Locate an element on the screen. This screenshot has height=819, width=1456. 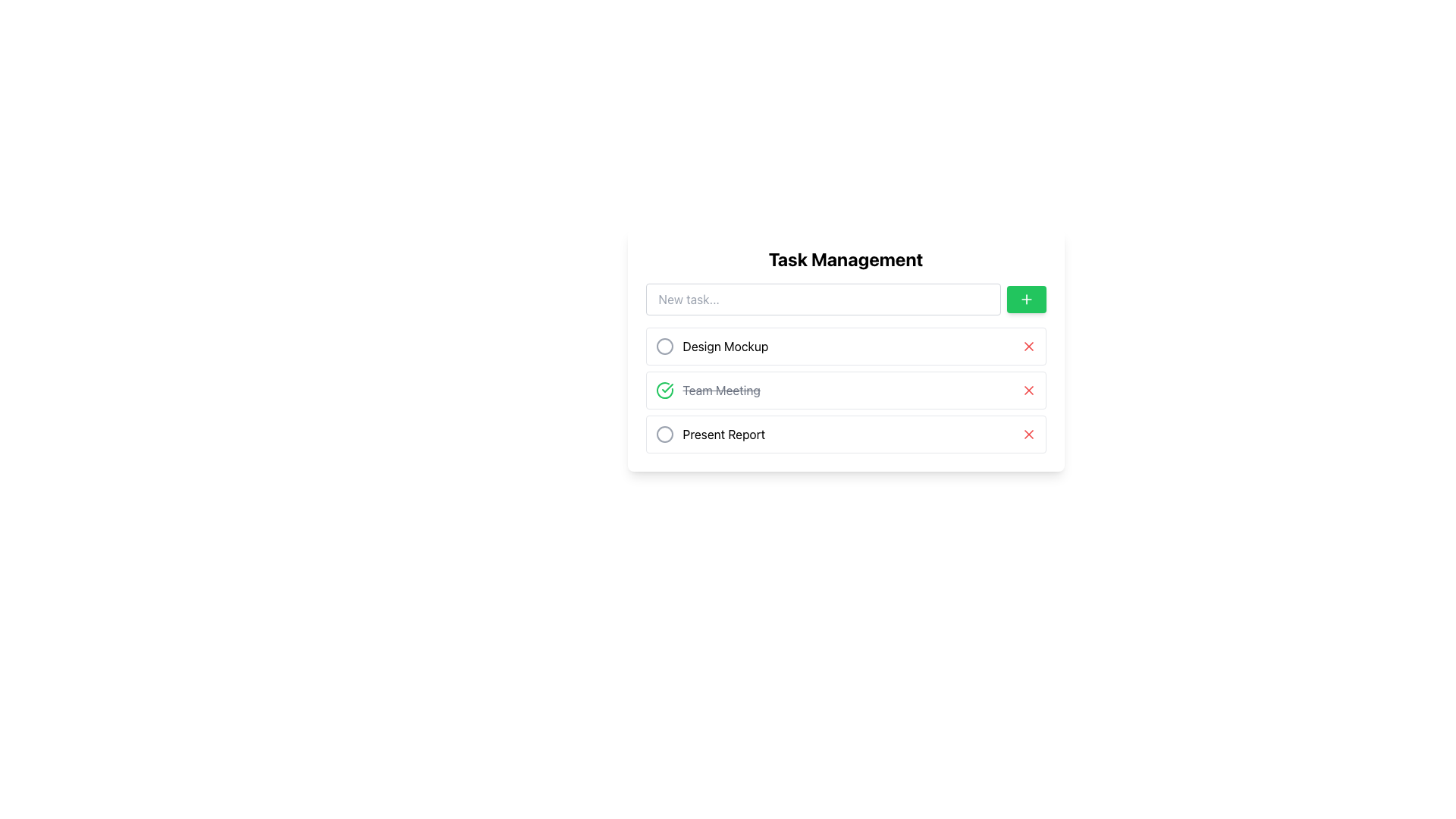
the 'Team Meeting' text label, which has a strikethrough style and is located next to a green circle with a checkmark icon in the Task Management section, to interact with adjacent icons is located at coordinates (720, 390).